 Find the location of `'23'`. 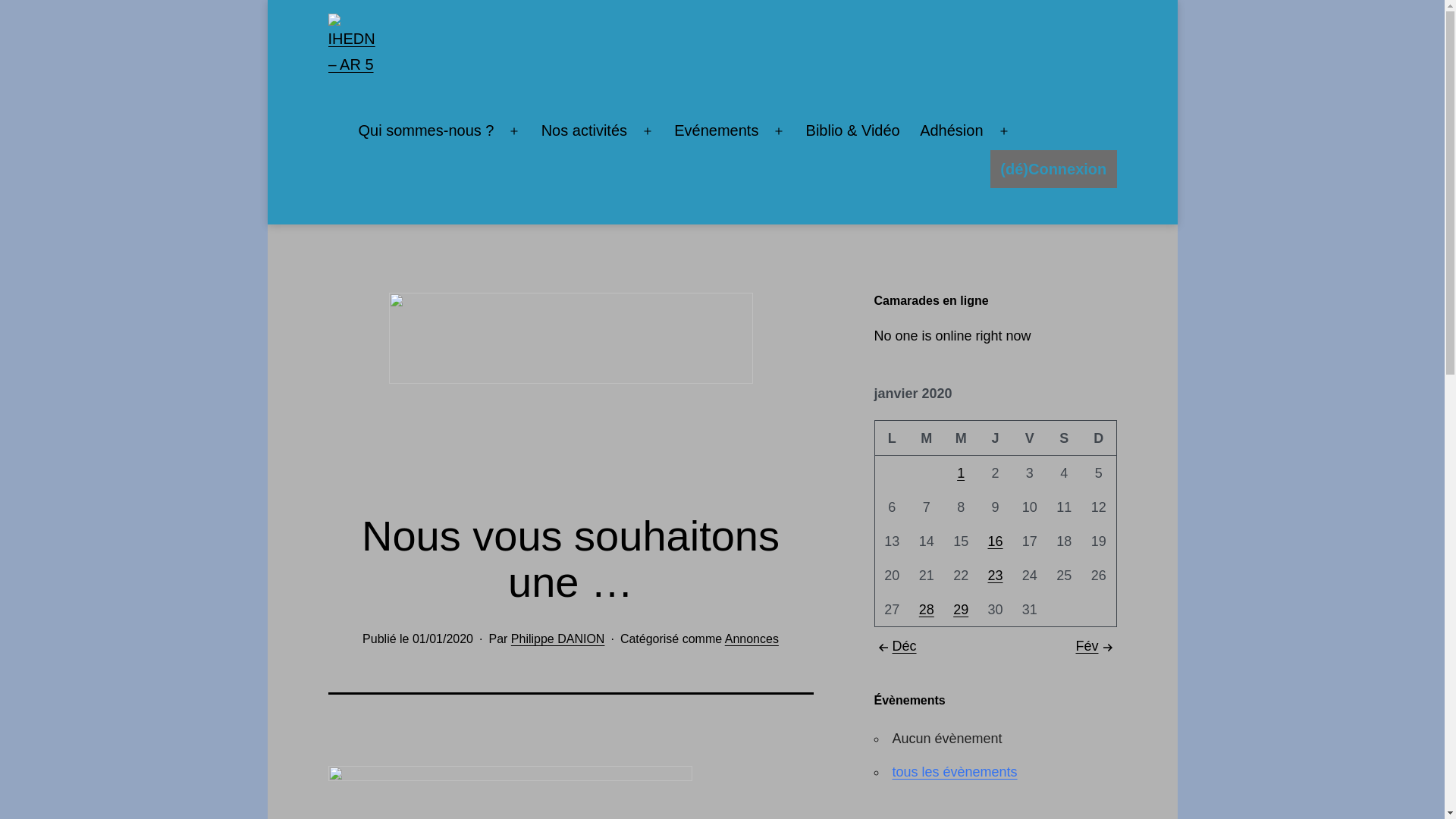

'23' is located at coordinates (994, 576).